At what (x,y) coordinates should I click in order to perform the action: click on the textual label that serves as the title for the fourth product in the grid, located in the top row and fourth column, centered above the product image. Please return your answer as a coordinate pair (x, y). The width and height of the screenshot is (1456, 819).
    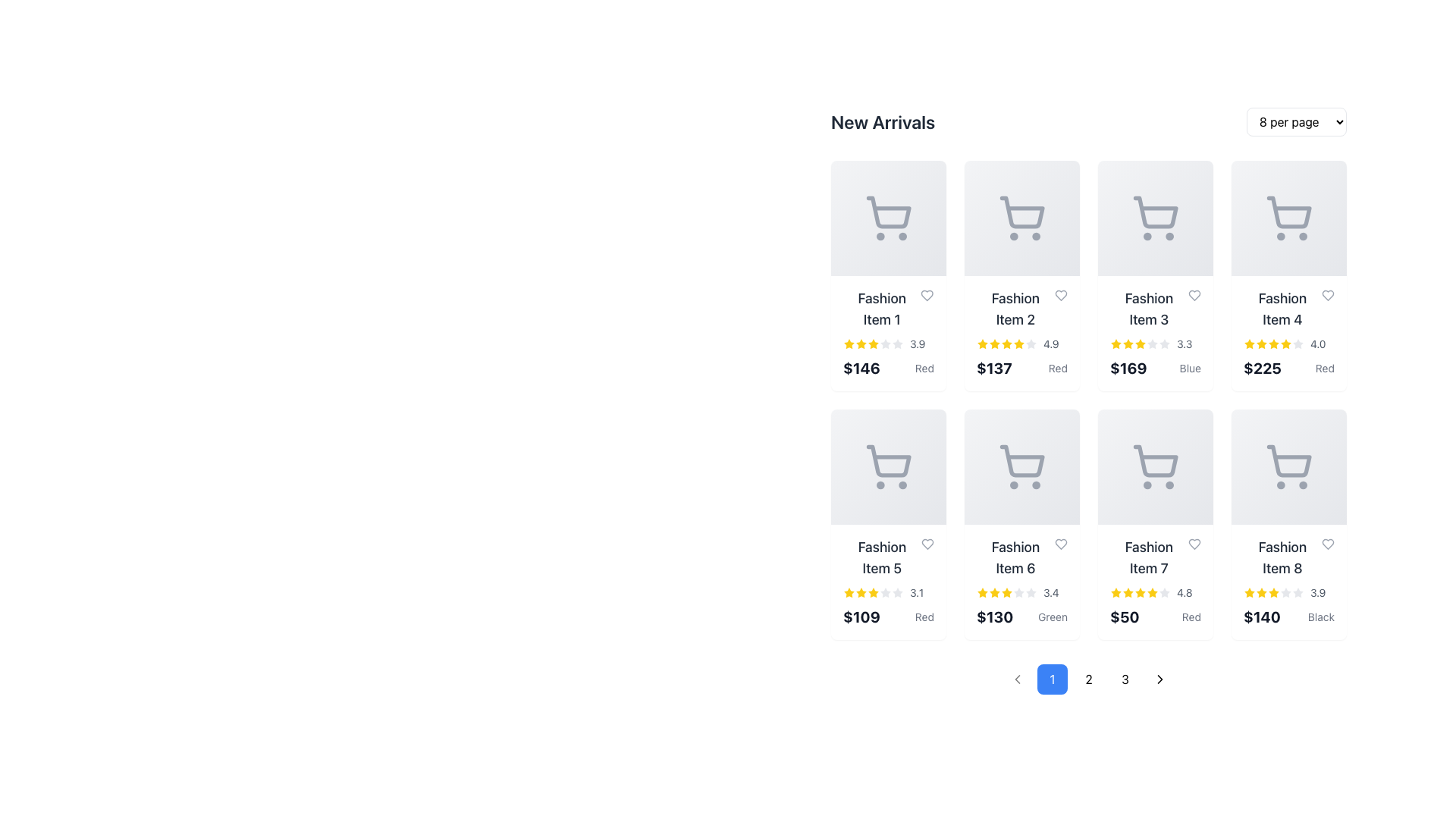
    Looking at the image, I should click on (1282, 309).